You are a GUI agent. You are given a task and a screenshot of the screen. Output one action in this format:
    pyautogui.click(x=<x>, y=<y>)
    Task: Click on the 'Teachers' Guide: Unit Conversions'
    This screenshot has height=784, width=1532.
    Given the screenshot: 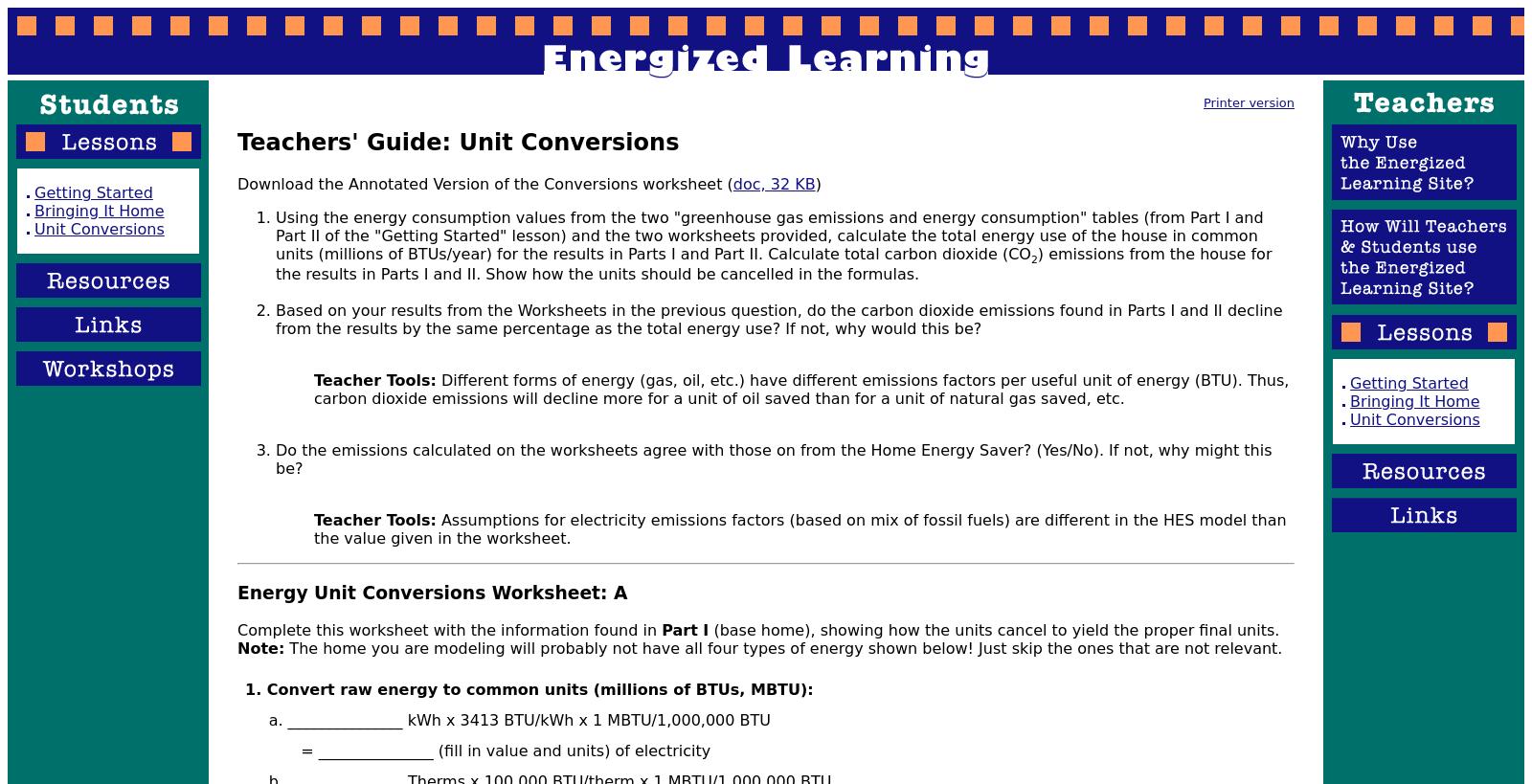 What is the action you would take?
    pyautogui.click(x=457, y=140)
    